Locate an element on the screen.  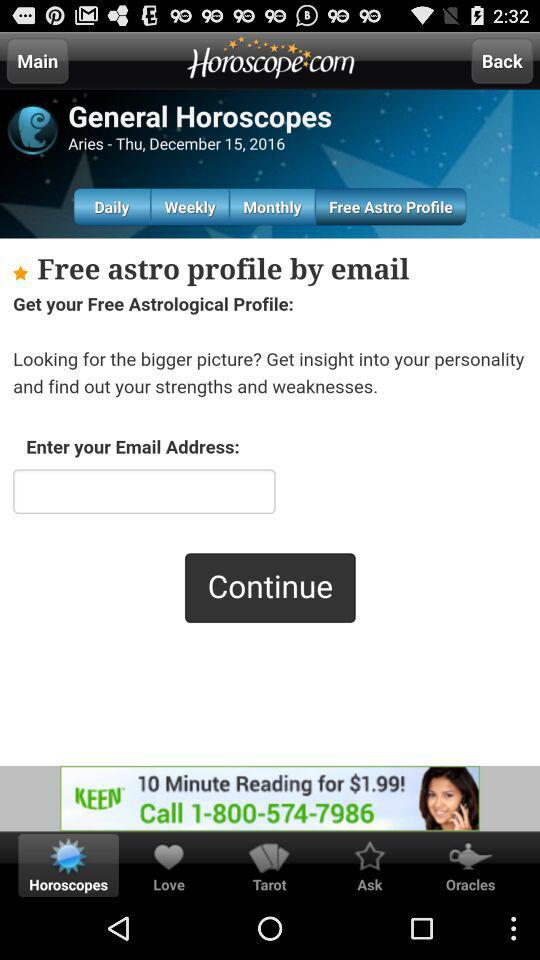
opens a advertisement is located at coordinates (270, 798).